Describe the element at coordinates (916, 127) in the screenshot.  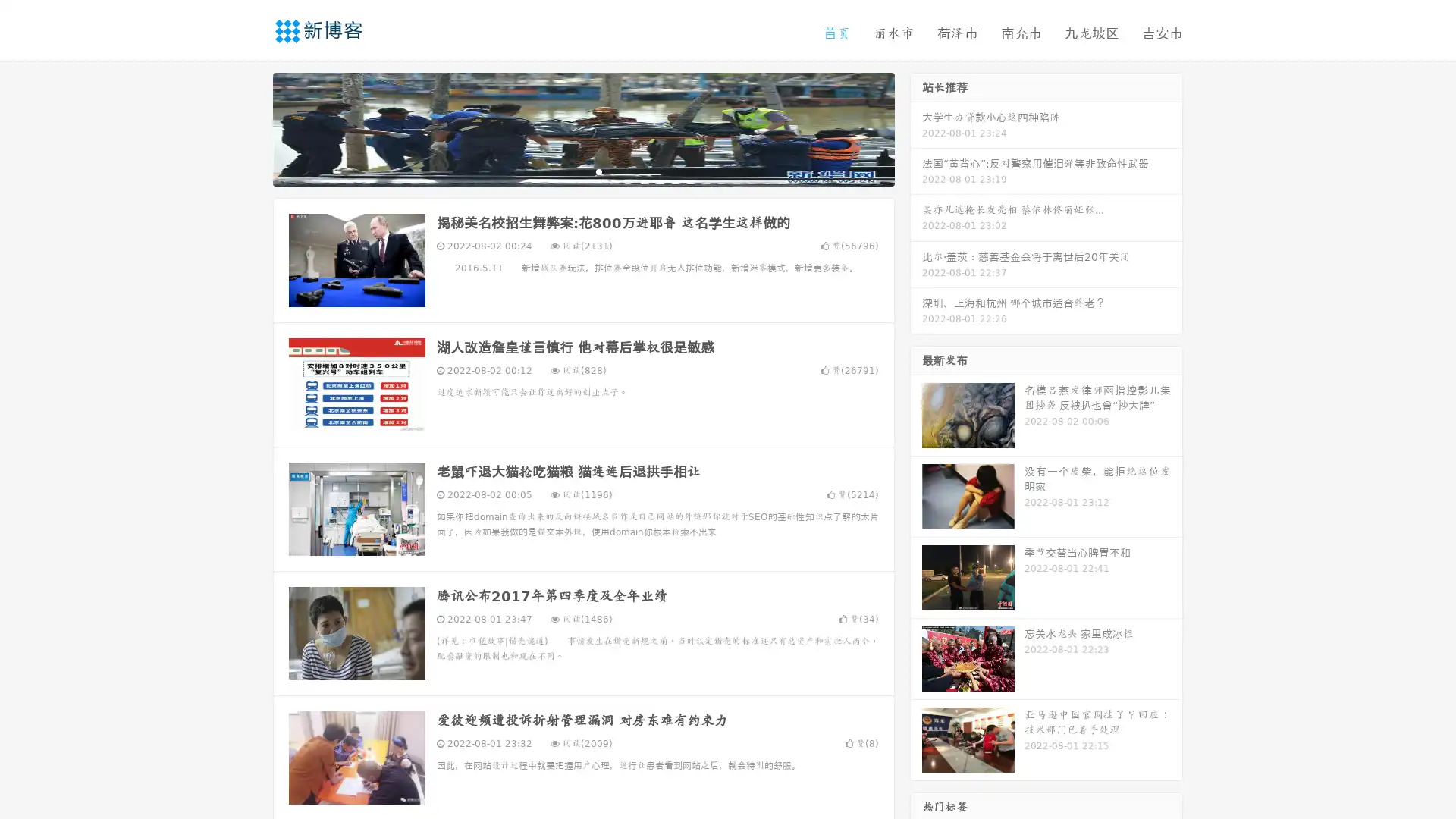
I see `Next slide` at that location.